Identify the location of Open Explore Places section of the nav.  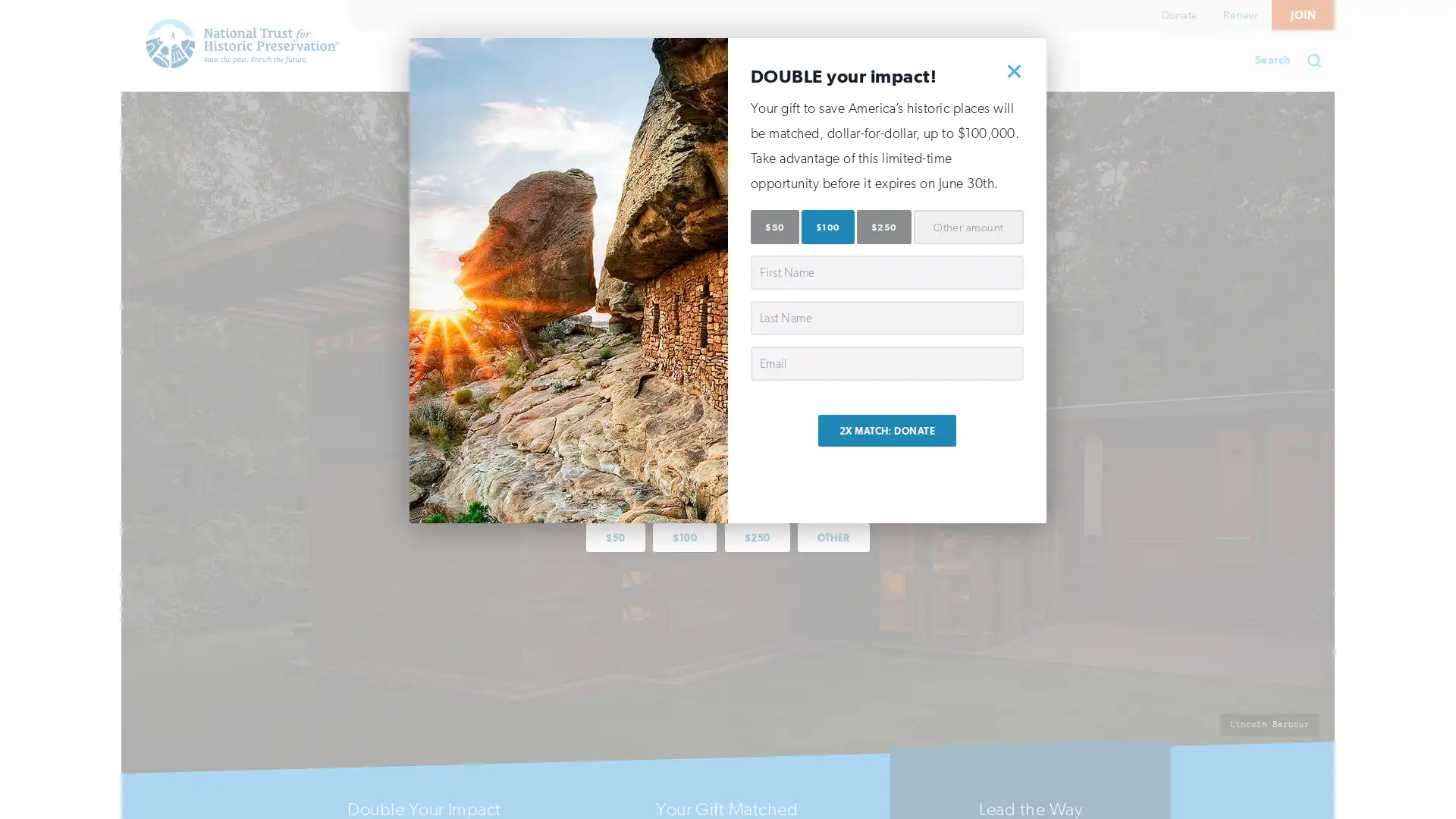
(603, 60).